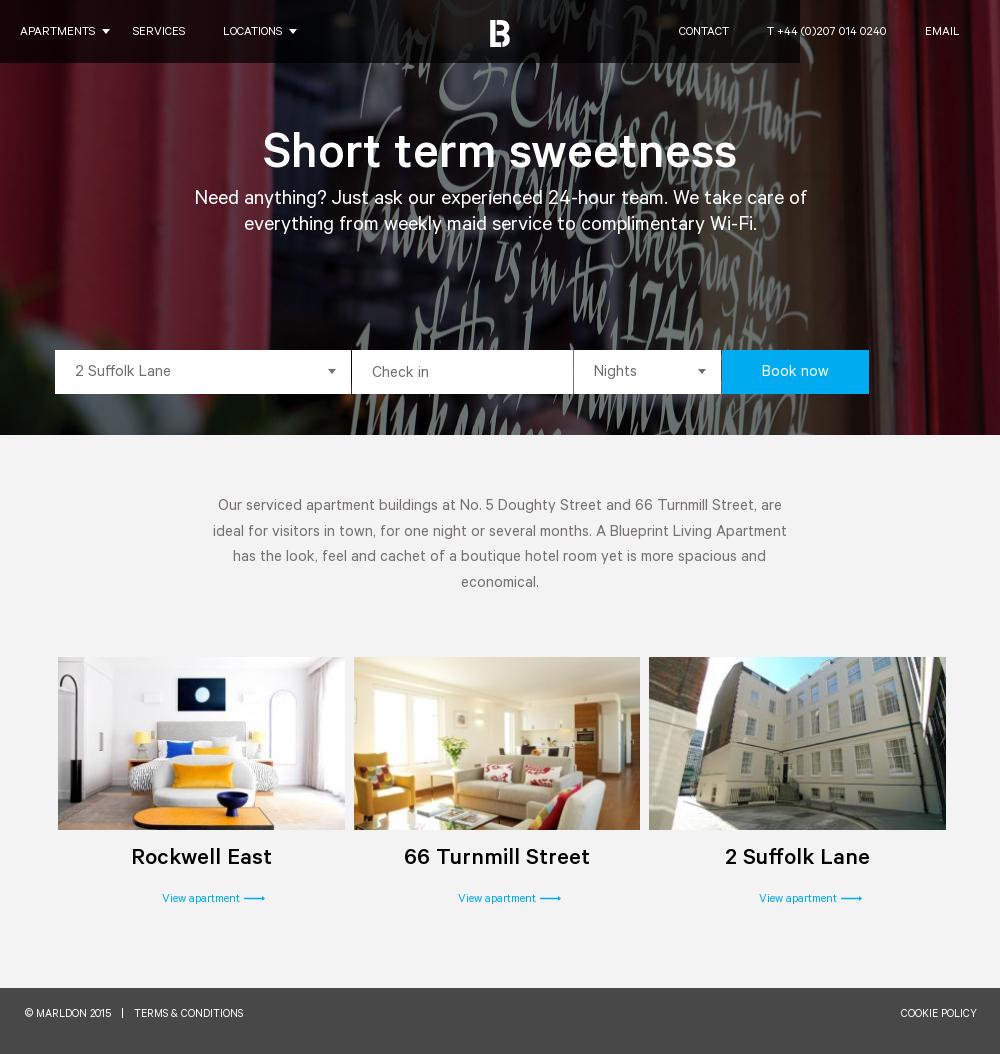 This screenshot has height=1054, width=1000. I want to click on '66 Turnmill Street', so click(495, 860).